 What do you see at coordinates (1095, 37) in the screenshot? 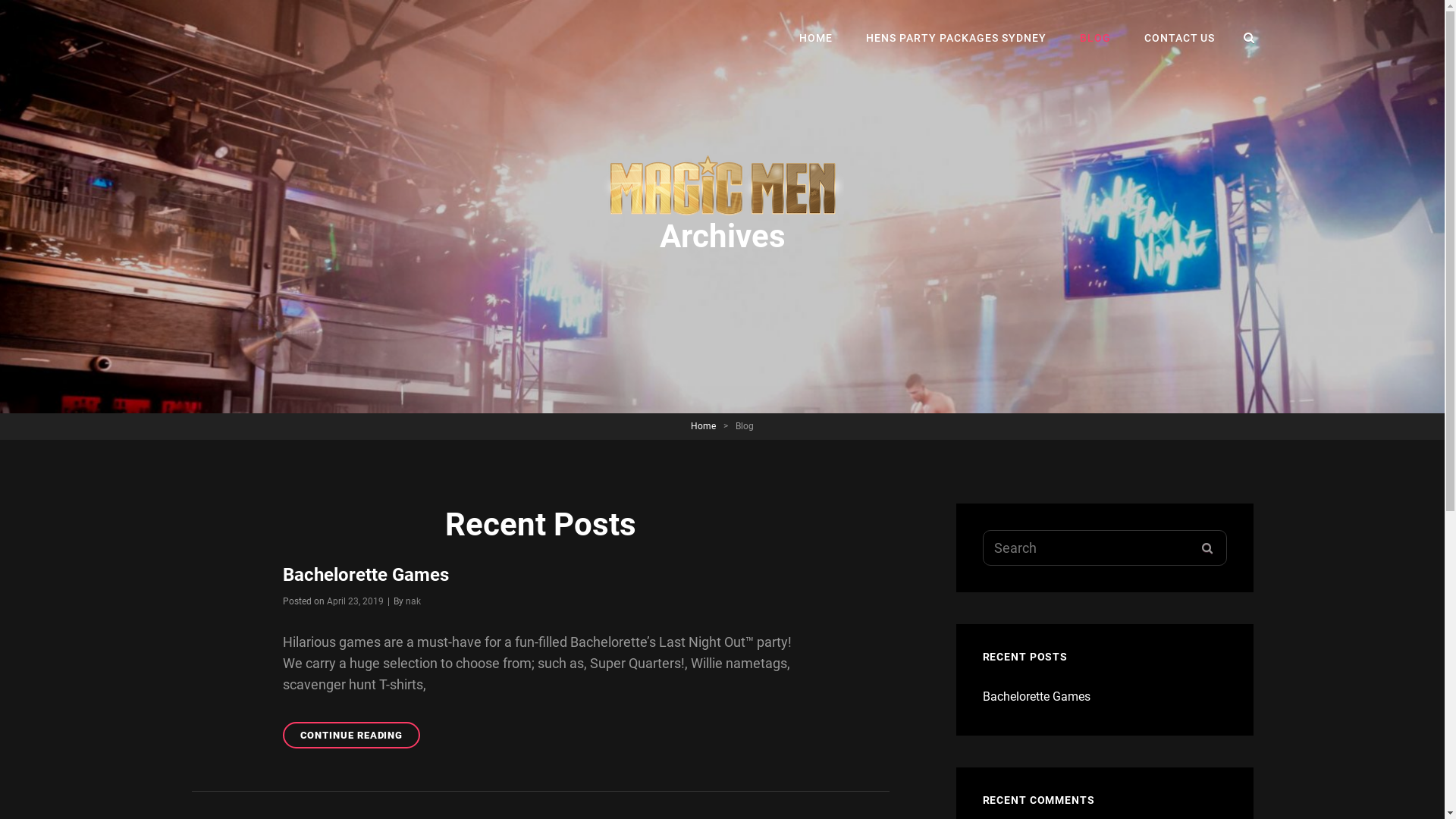
I see `'BLOG'` at bounding box center [1095, 37].